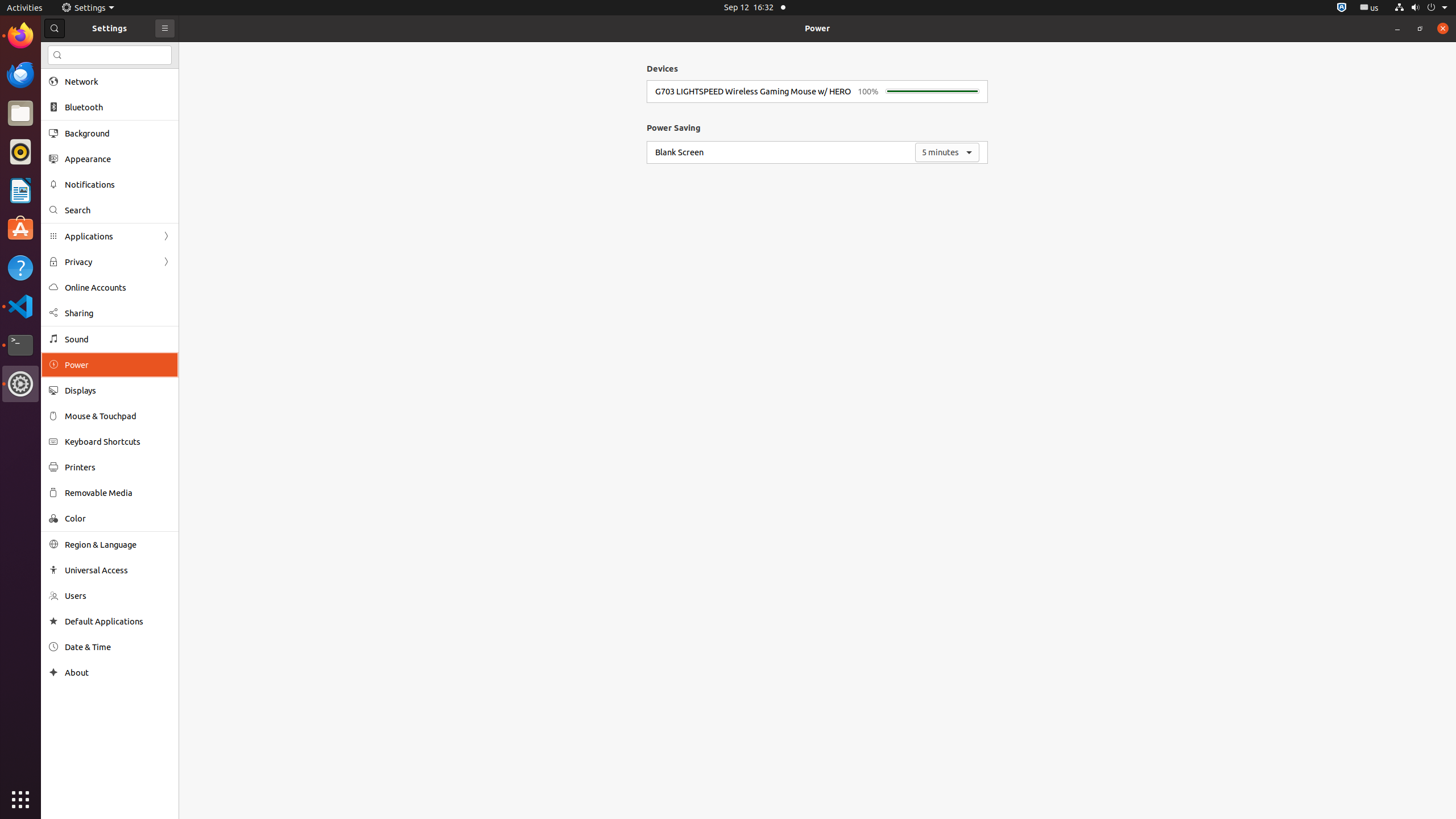 The image size is (1456, 819). What do you see at coordinates (867, 91) in the screenshot?
I see `'100%'` at bounding box center [867, 91].